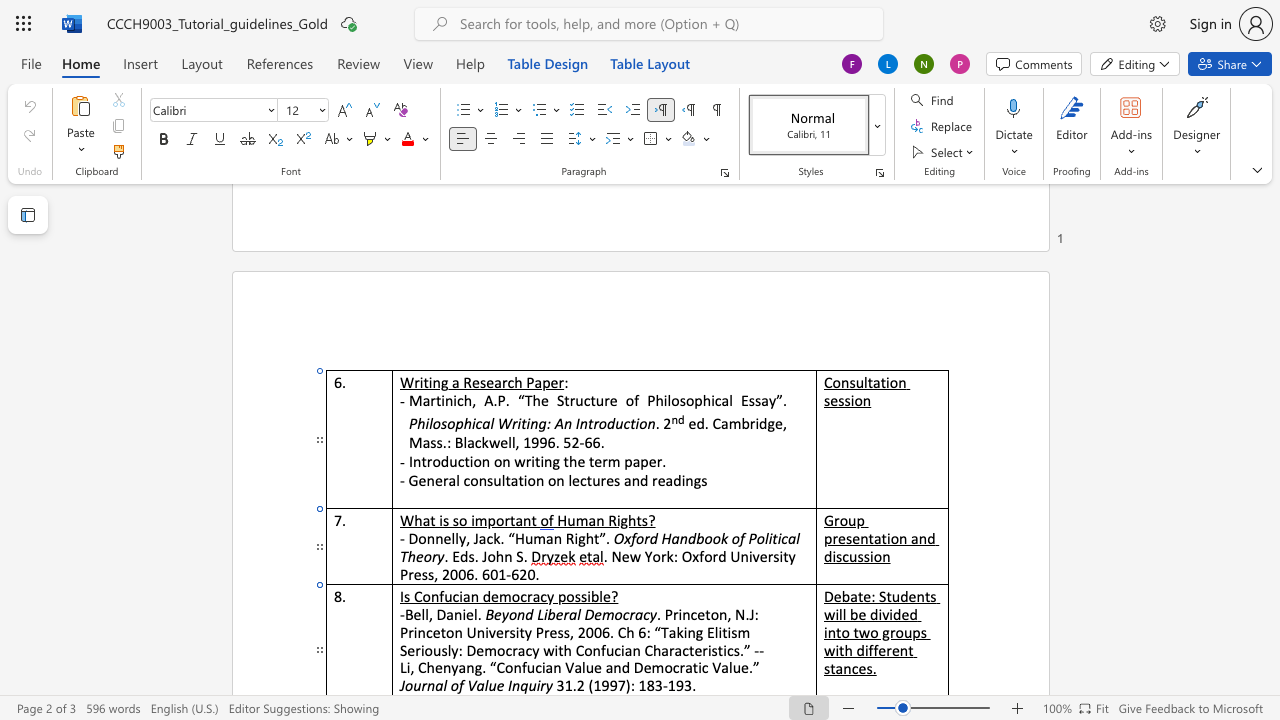  What do you see at coordinates (624, 684) in the screenshot?
I see `the space between the continuous character "7" and ")" in the text` at bounding box center [624, 684].